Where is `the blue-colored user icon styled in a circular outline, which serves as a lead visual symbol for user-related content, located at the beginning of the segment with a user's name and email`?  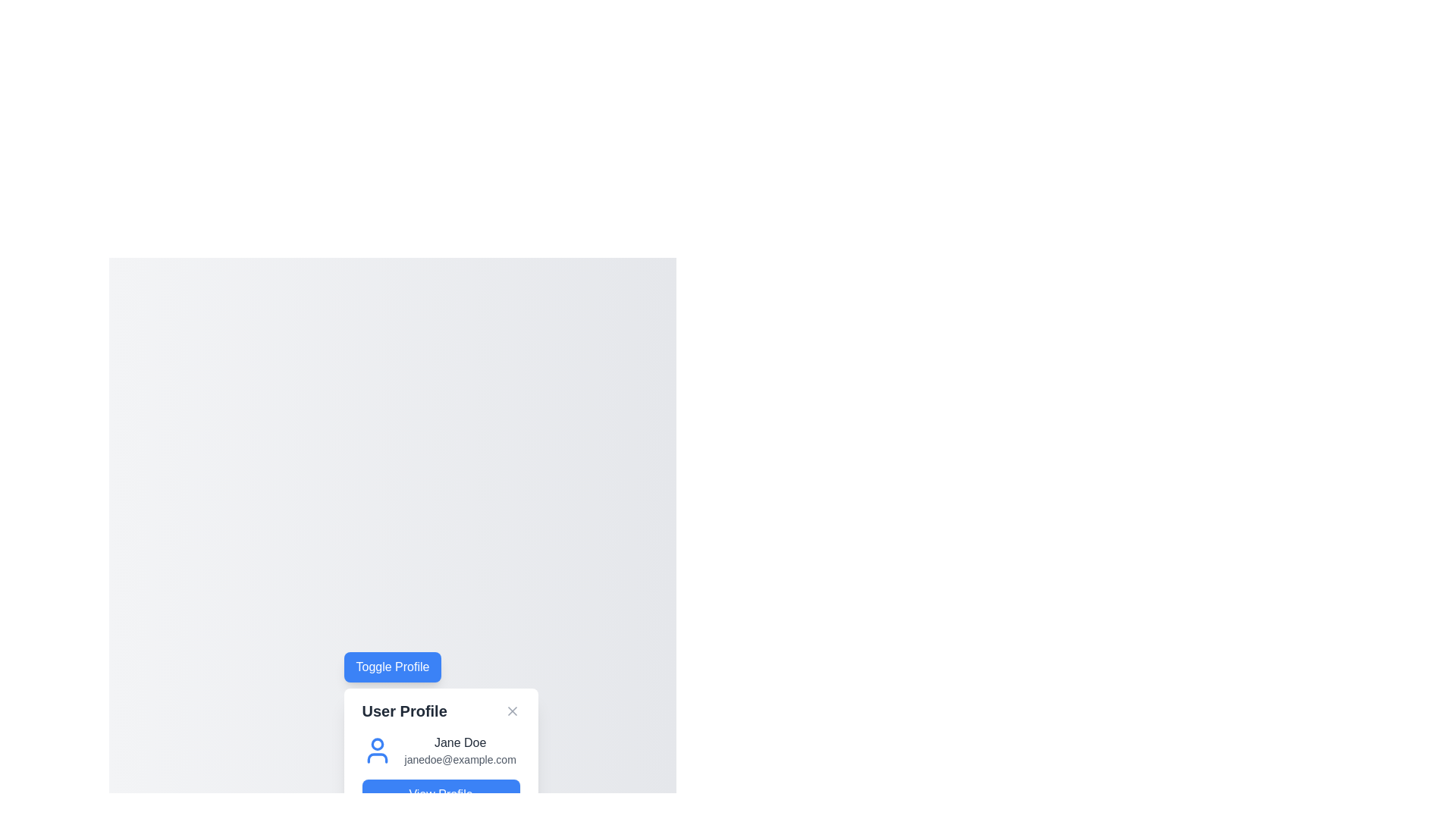 the blue-colored user icon styled in a circular outline, which serves as a lead visual symbol for user-related content, located at the beginning of the segment with a user's name and email is located at coordinates (377, 751).